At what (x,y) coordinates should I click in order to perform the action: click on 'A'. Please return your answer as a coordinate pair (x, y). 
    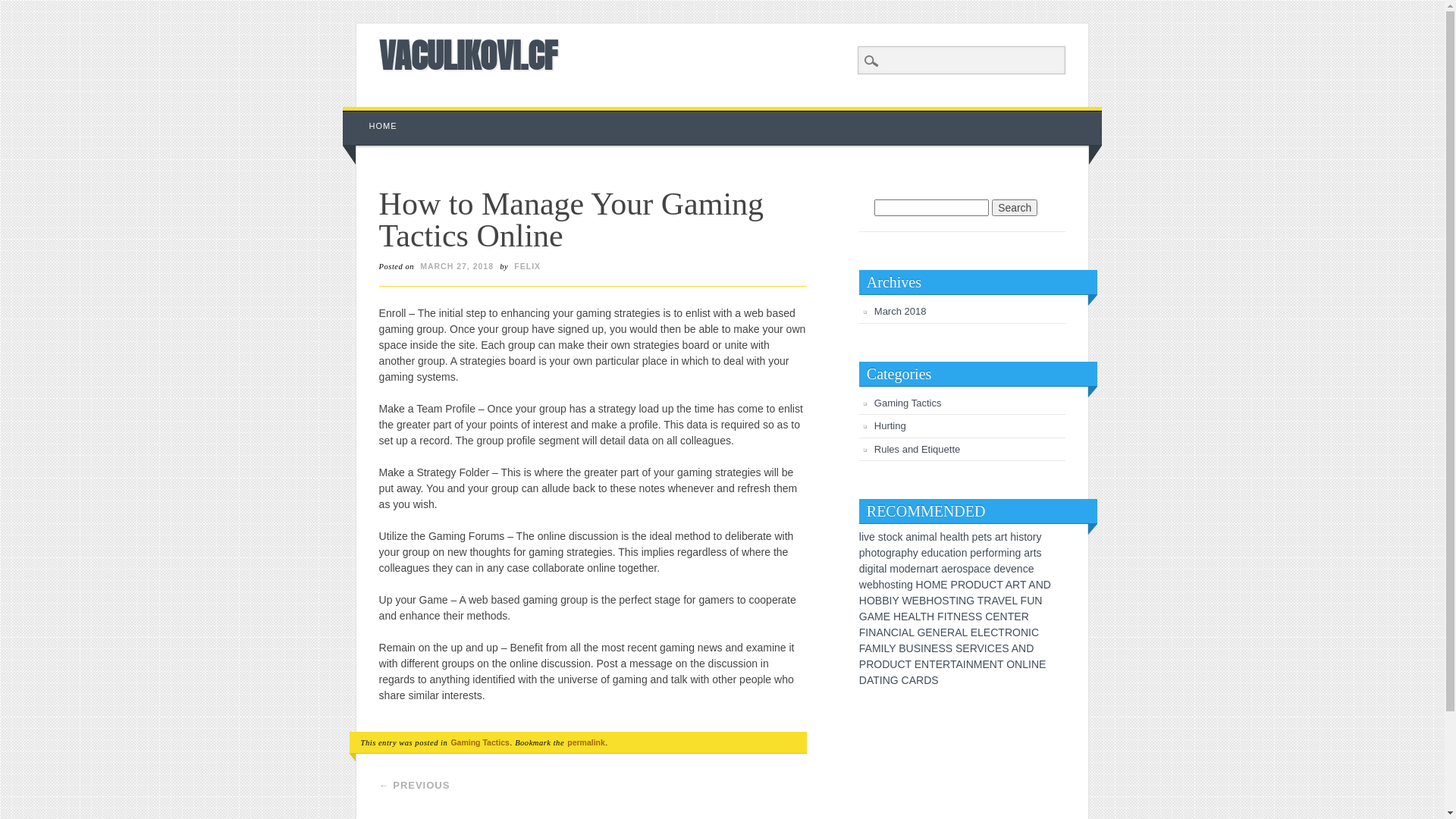
    Looking at the image, I should click on (993, 599).